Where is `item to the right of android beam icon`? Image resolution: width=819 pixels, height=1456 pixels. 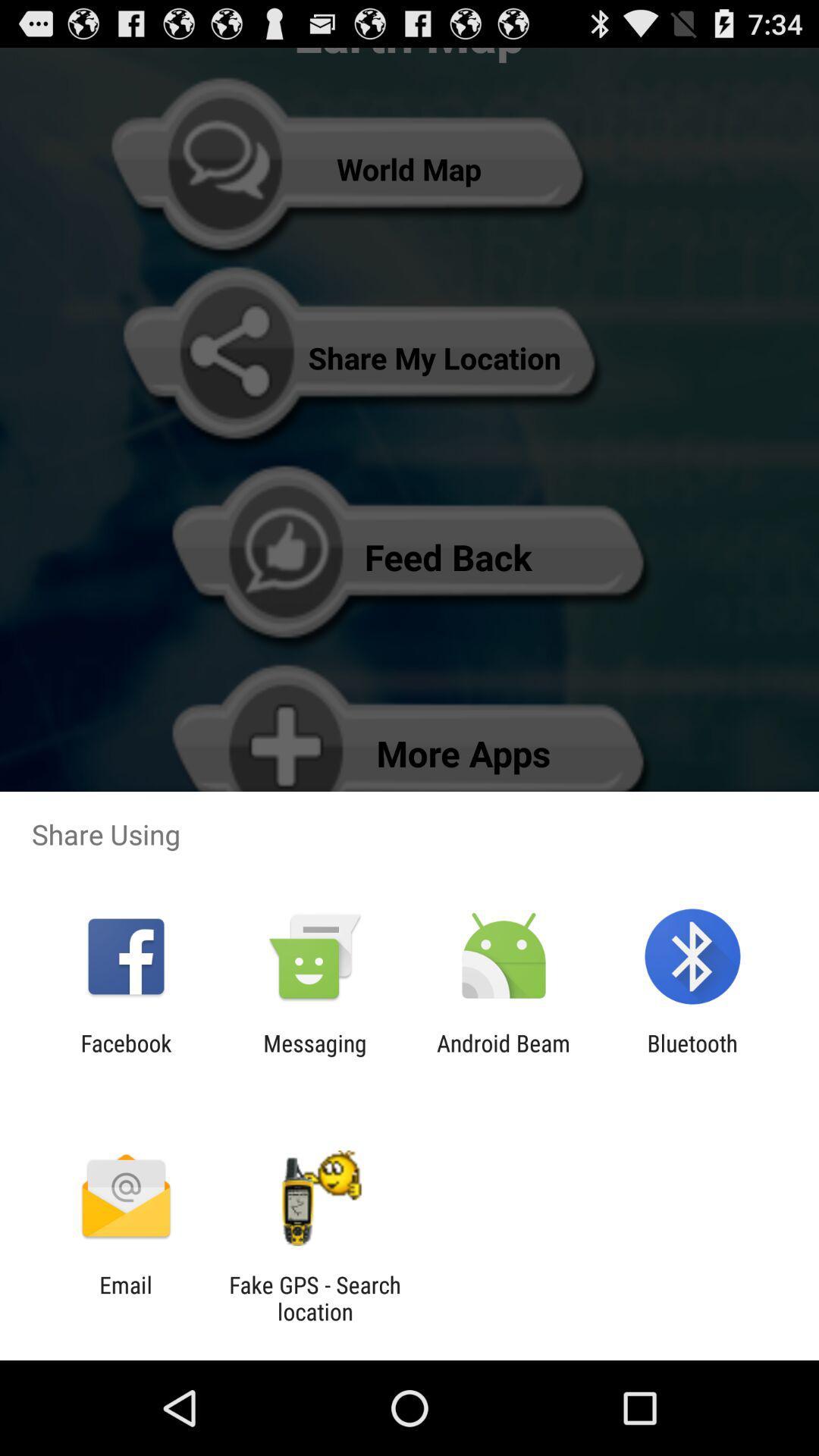 item to the right of android beam icon is located at coordinates (692, 1056).